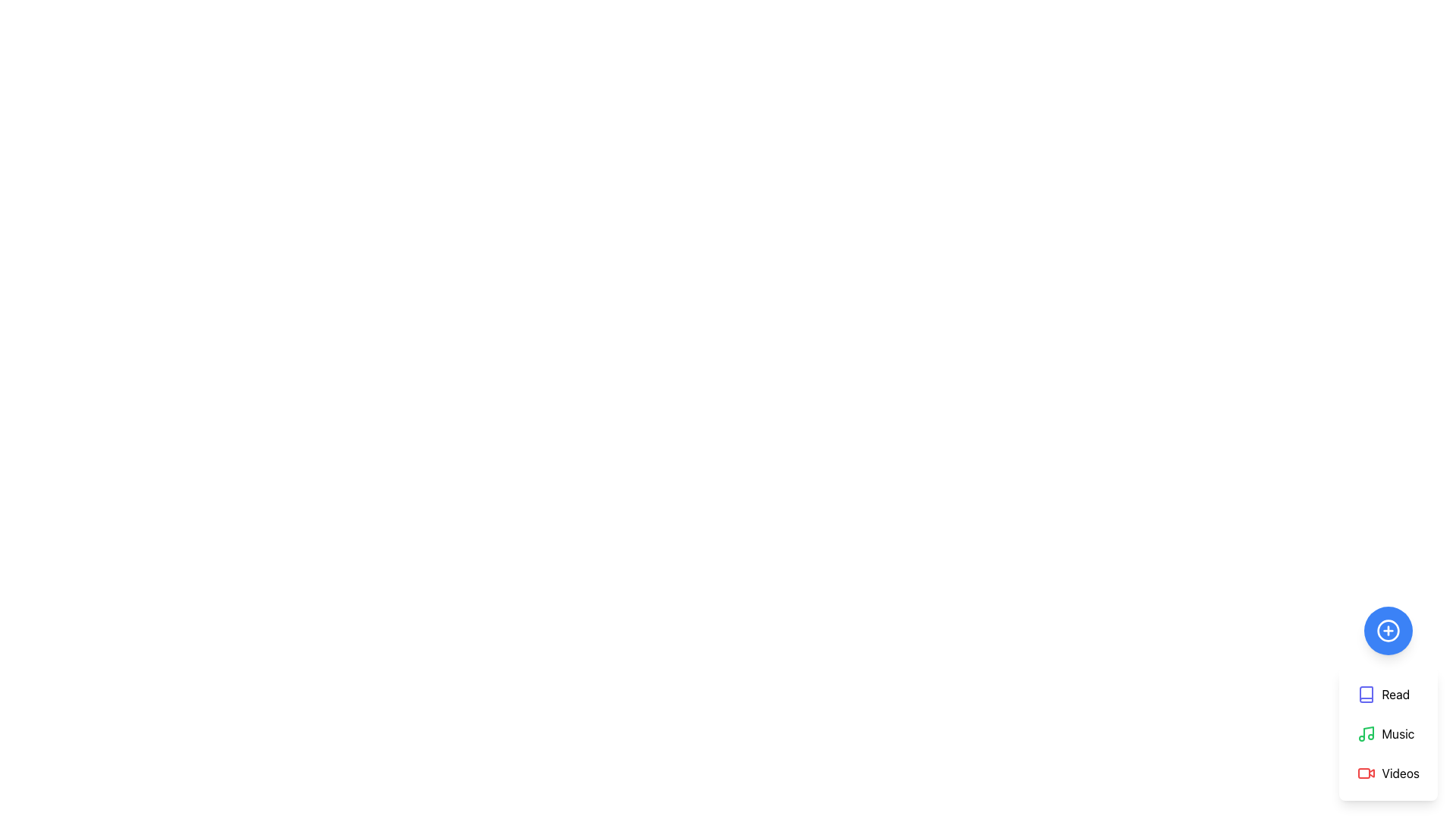 The image size is (1456, 819). Describe the element at coordinates (1369, 732) in the screenshot. I see `the vertical black line within the music-related SVG icon, which is centered horizontally between the two circular elements` at that location.